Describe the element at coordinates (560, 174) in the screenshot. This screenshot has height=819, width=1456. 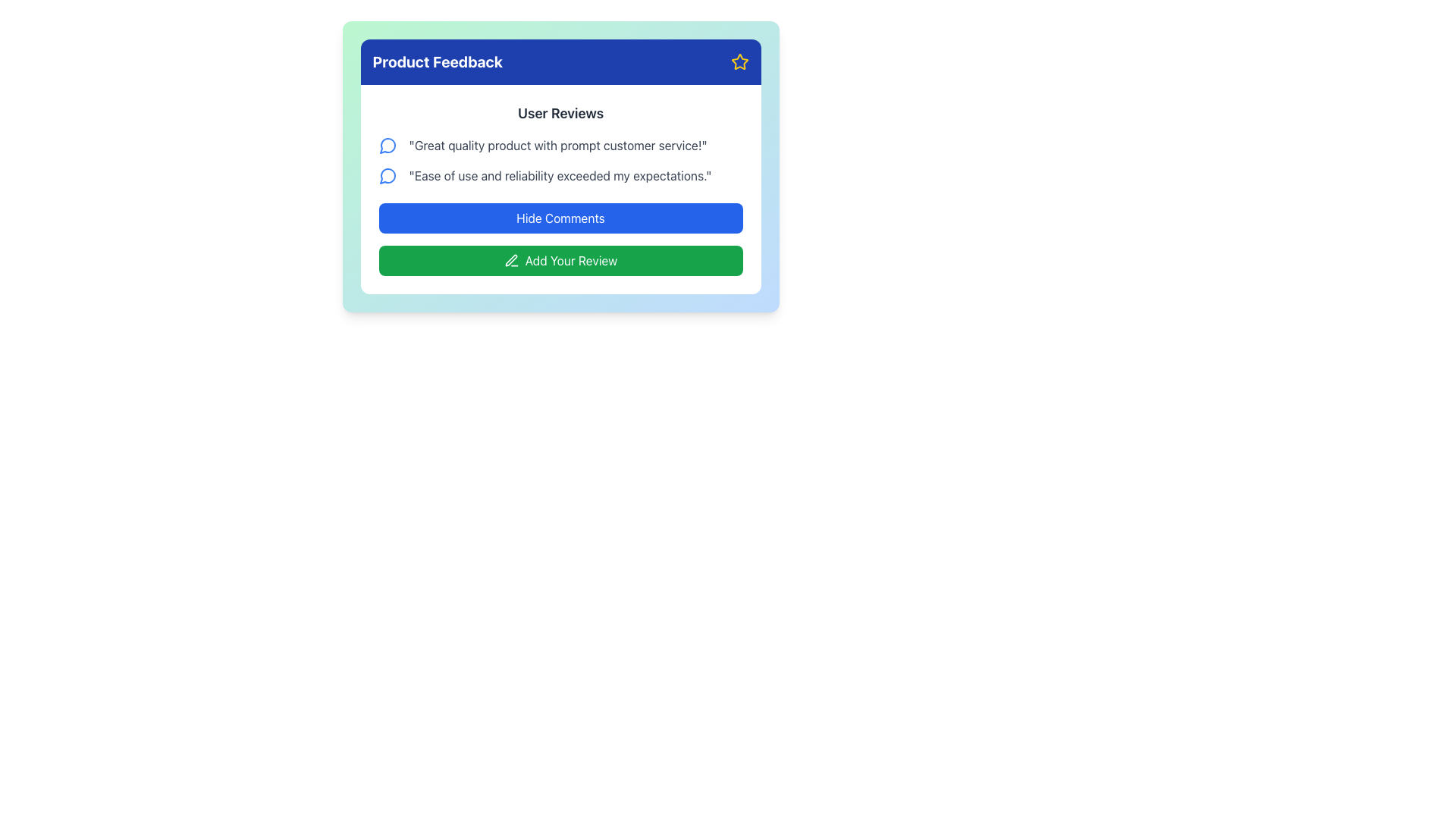
I see `the text caption stating "Ease of use and reliability exceeded my expectations." which is styled in gray (#gray-700) and located as the second line of review content in the feedback section` at that location.